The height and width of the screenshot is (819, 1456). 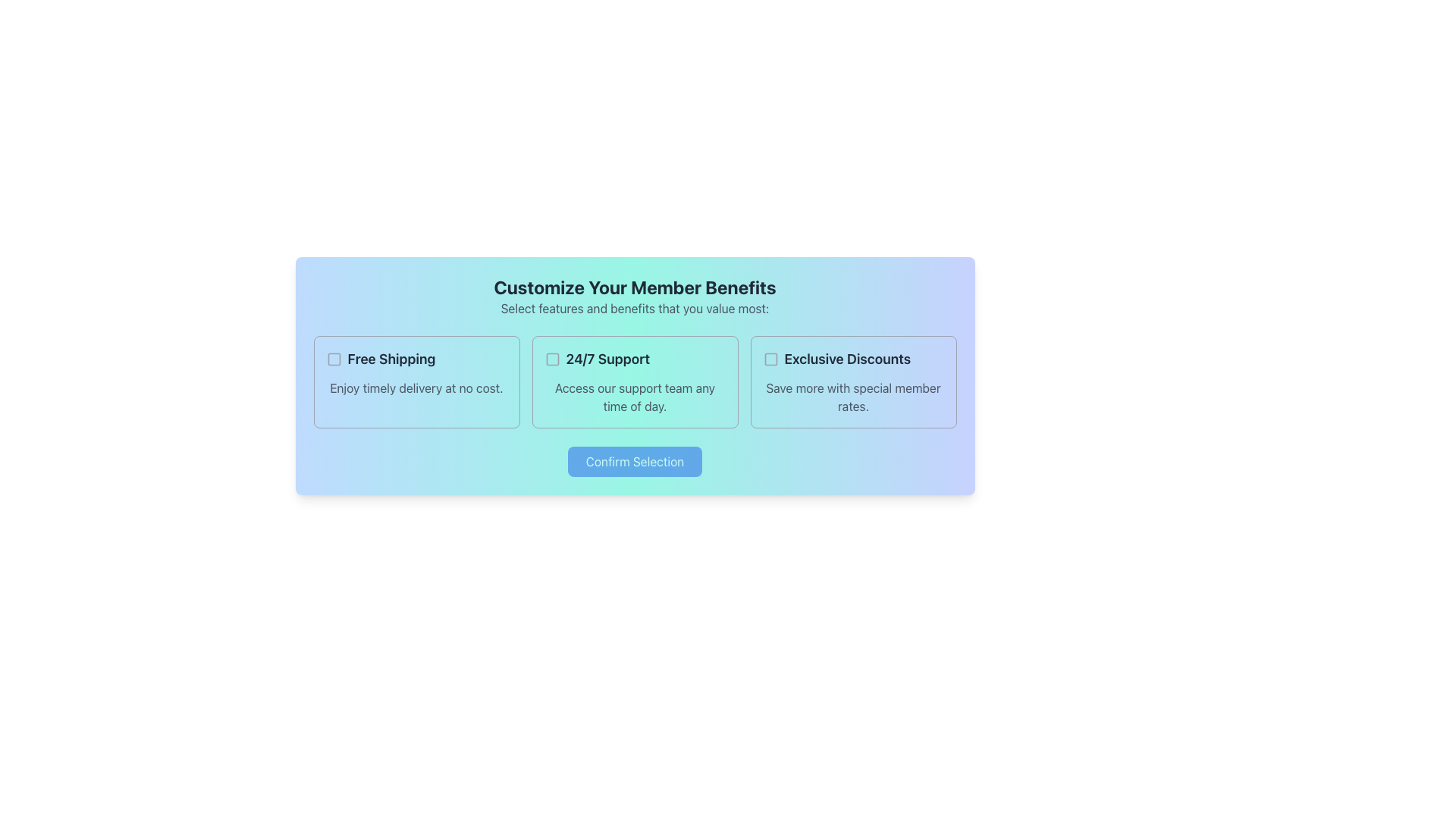 What do you see at coordinates (635, 461) in the screenshot?
I see `the 'Confirm Selection' button, which is a rectangular button with a blue background and white text, centrally located within the bottom section of a styled card component` at bounding box center [635, 461].